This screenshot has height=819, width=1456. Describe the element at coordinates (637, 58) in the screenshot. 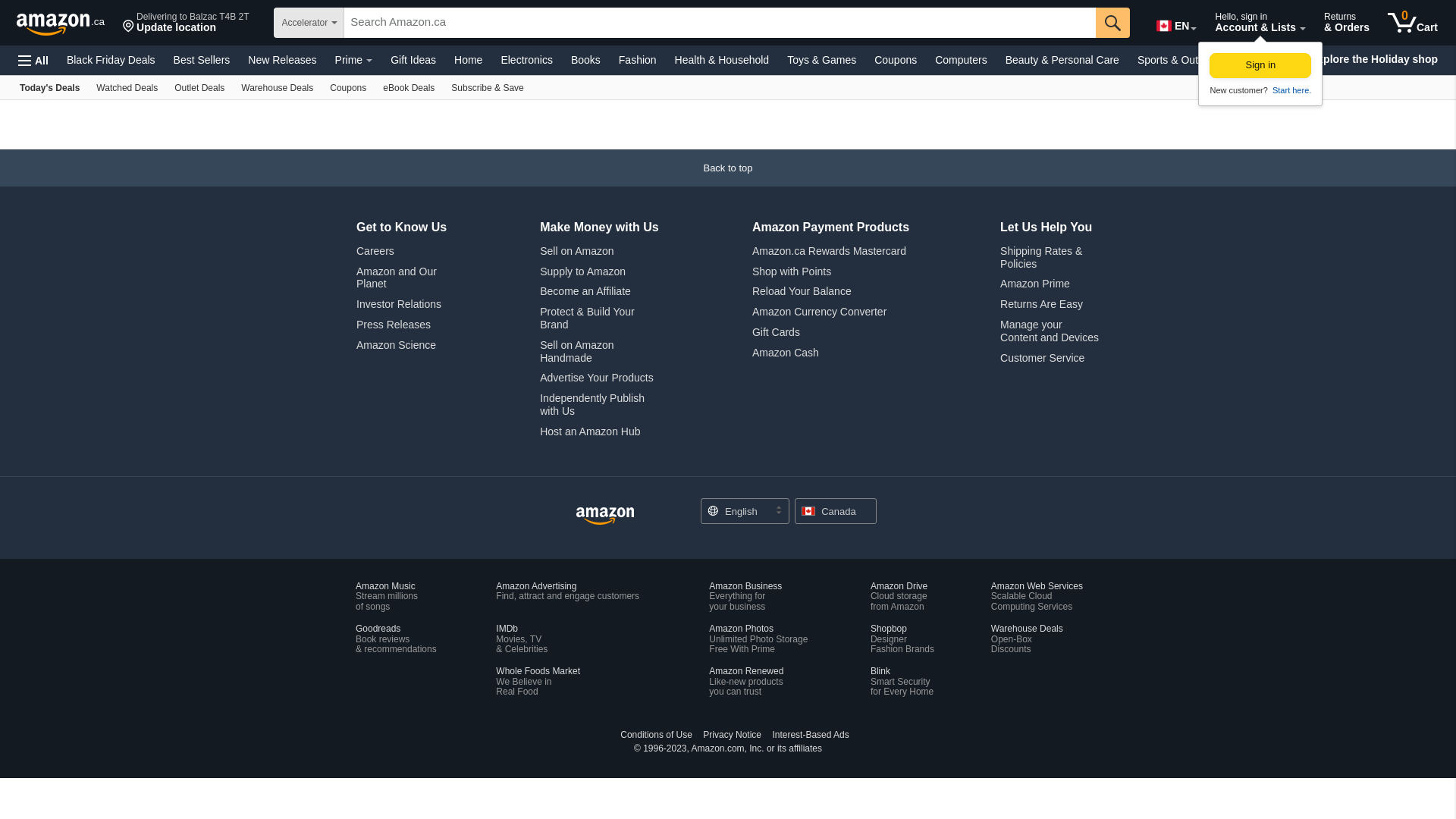

I see `'Fashion'` at that location.